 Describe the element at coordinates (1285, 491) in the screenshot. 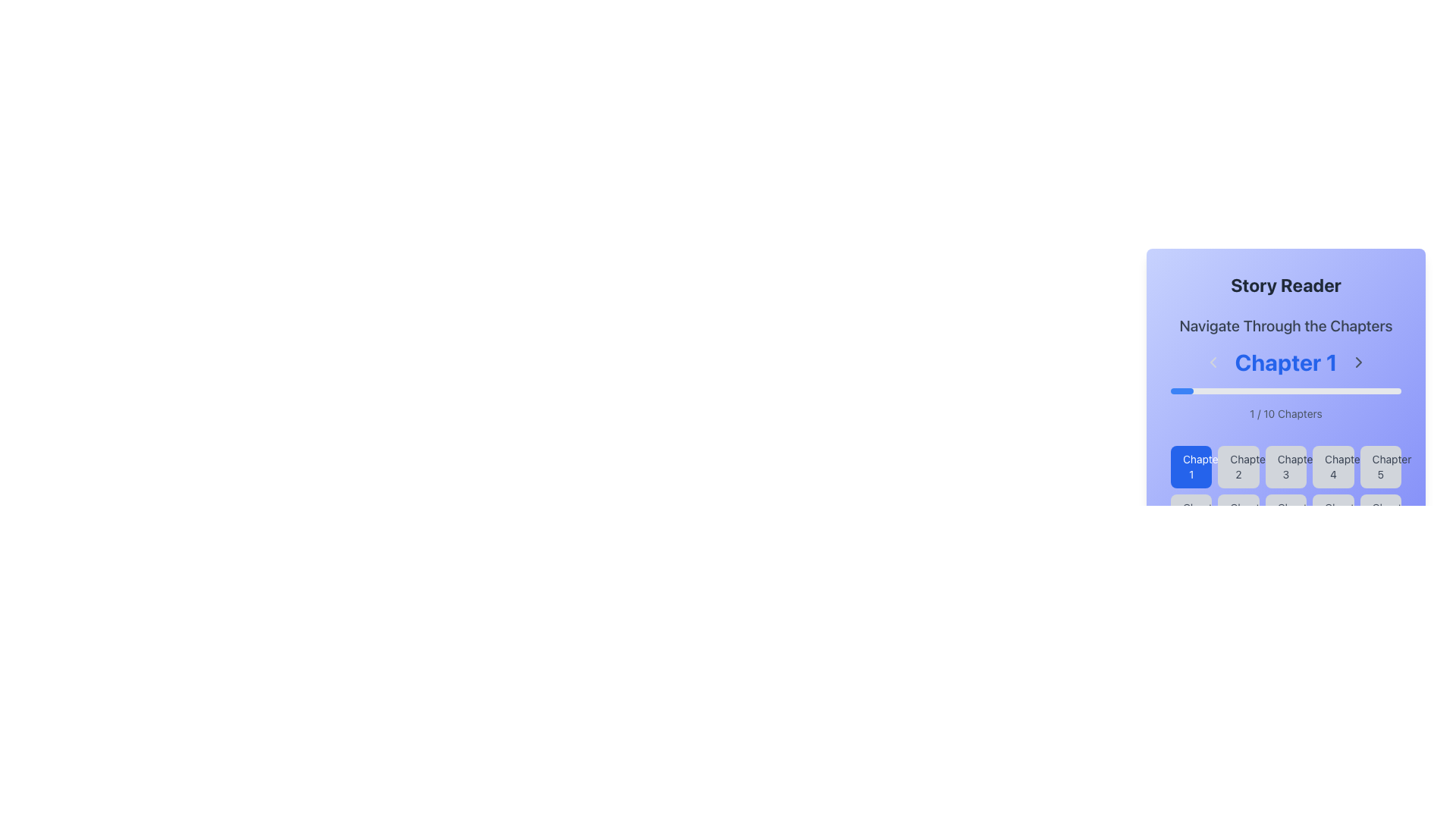

I see `the navigation button for 'Chapter 3' located in the top row of the chapter buttons grid, following 'Chapter 1' and 'Chapter 2'` at that location.